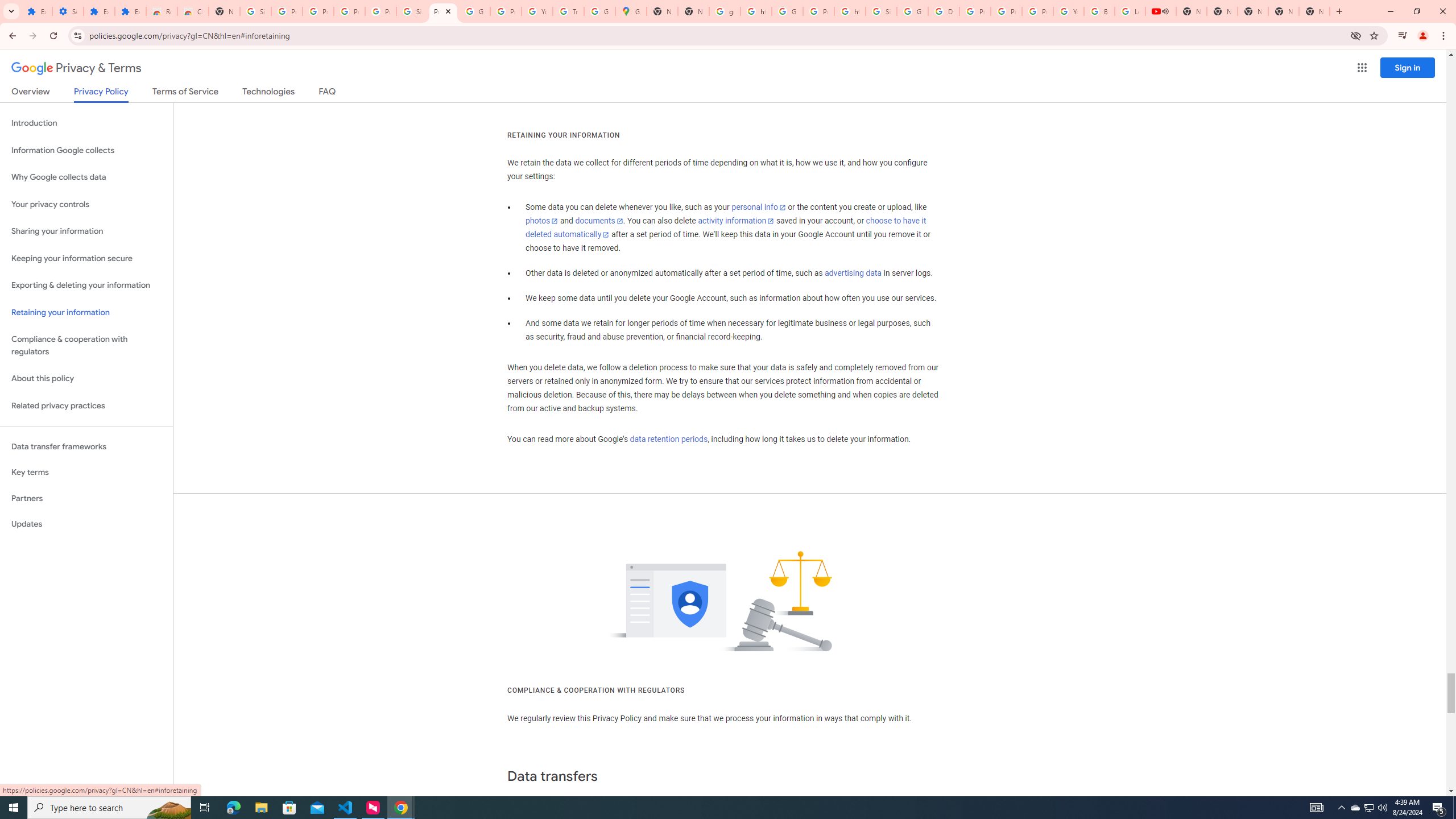 Image resolution: width=1456 pixels, height=819 pixels. What do you see at coordinates (86, 205) in the screenshot?
I see `'Your privacy controls'` at bounding box center [86, 205].